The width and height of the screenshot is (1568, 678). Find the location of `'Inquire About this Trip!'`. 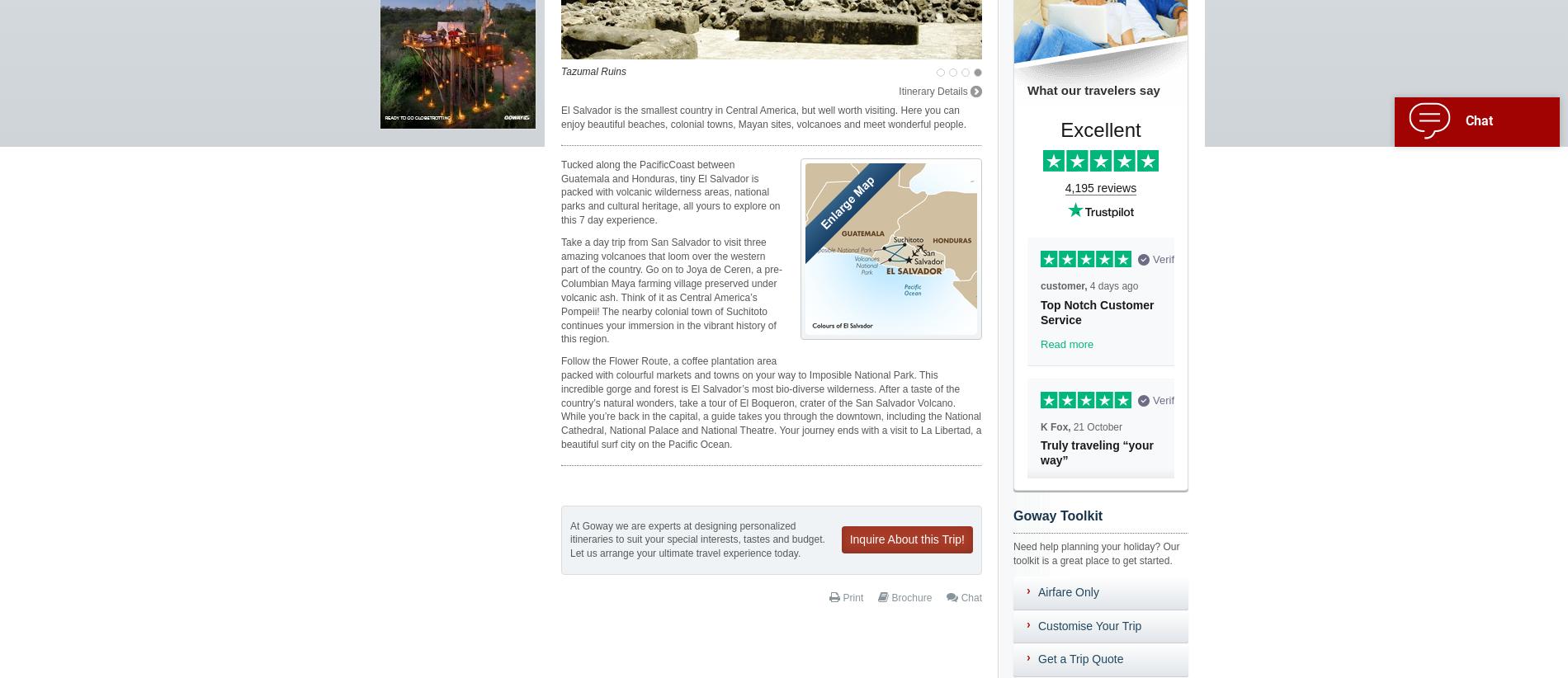

'Inquire About this Trip!' is located at coordinates (906, 538).